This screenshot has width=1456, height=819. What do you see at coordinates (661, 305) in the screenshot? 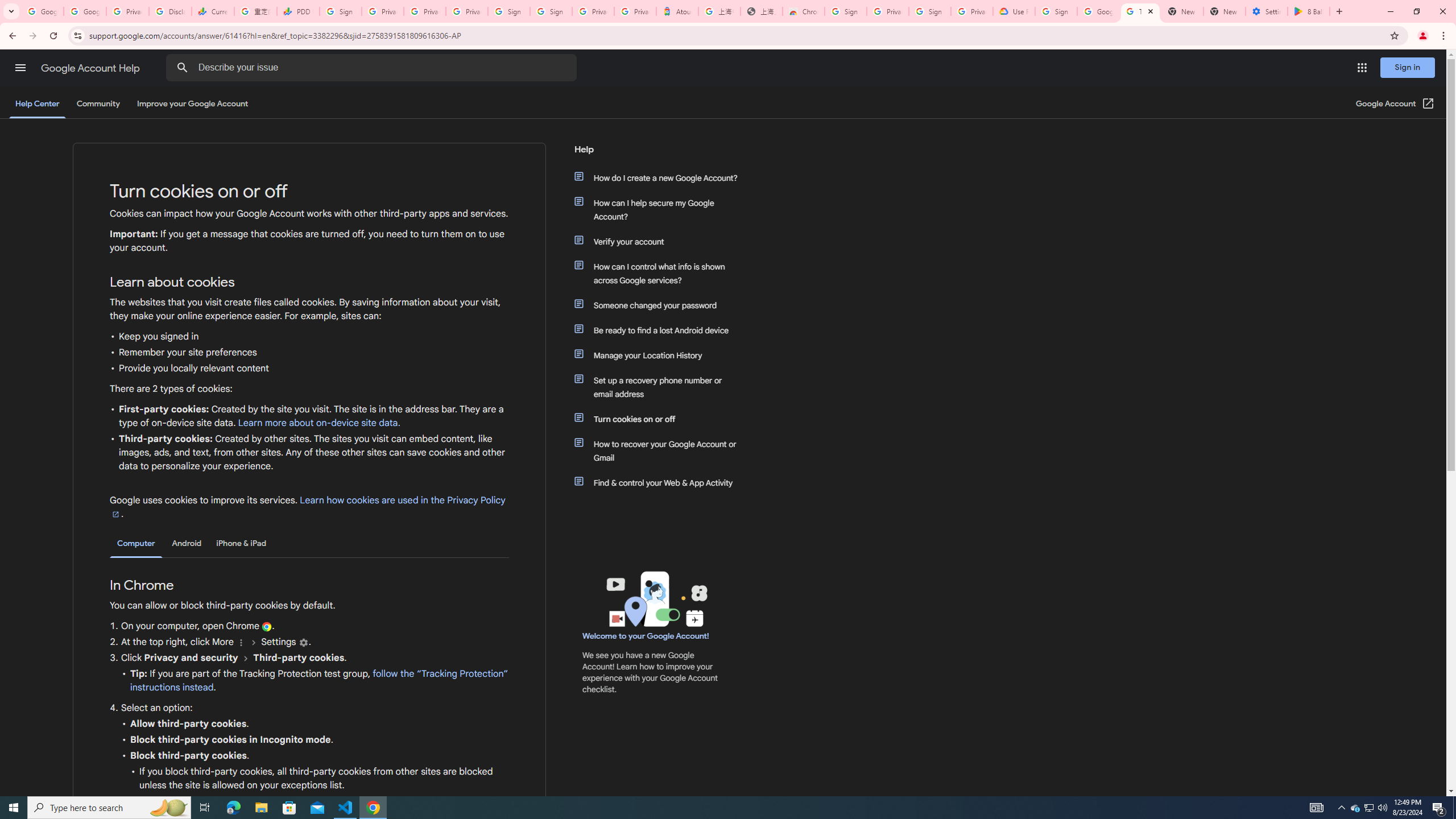
I see `'Someone changed your password'` at bounding box center [661, 305].